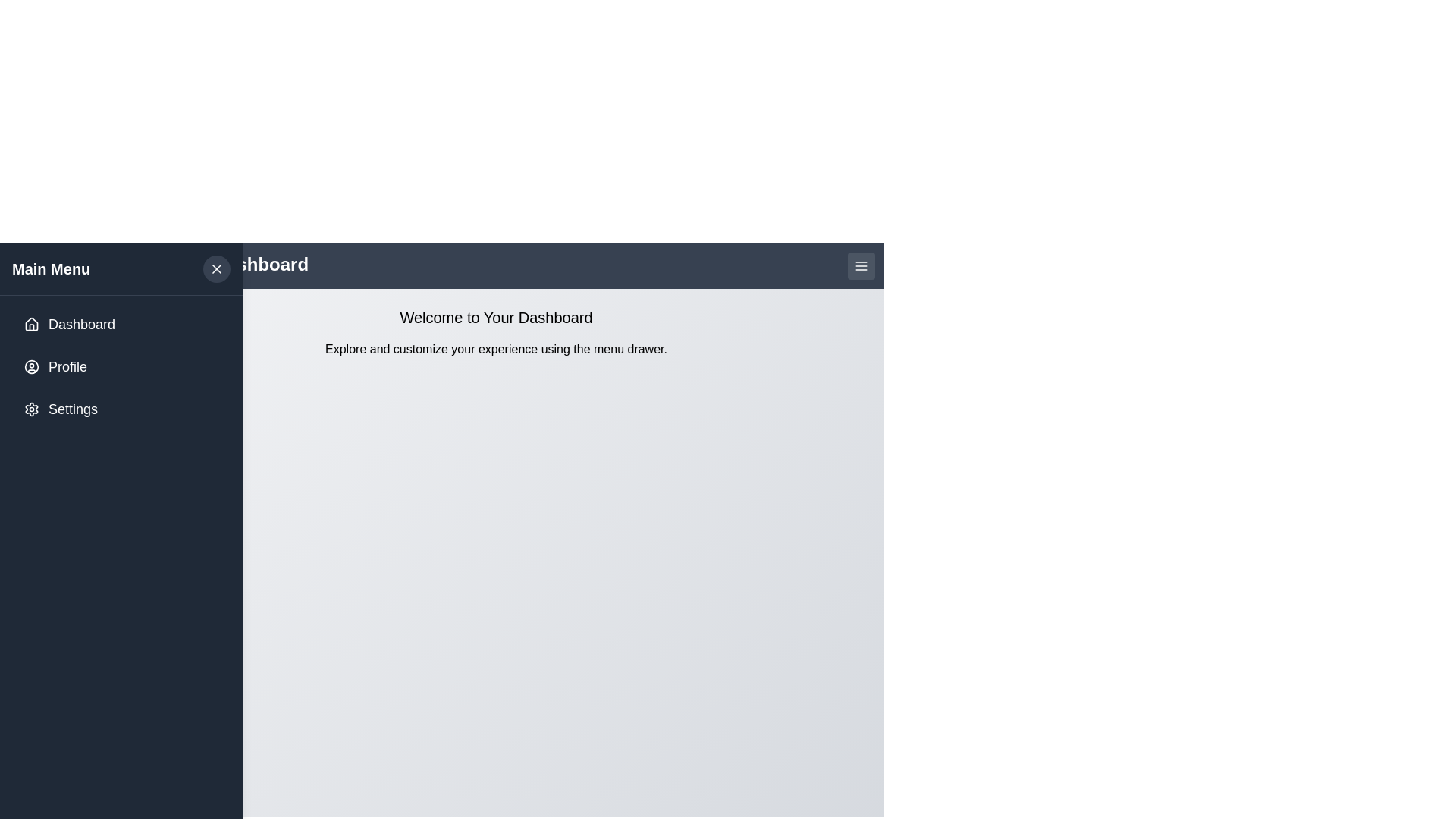  Describe the element at coordinates (216, 268) in the screenshot. I see `the circular close button with a gray background and a white 'X' icon located in the top-right corner of the 'Main Menu' section` at that location.